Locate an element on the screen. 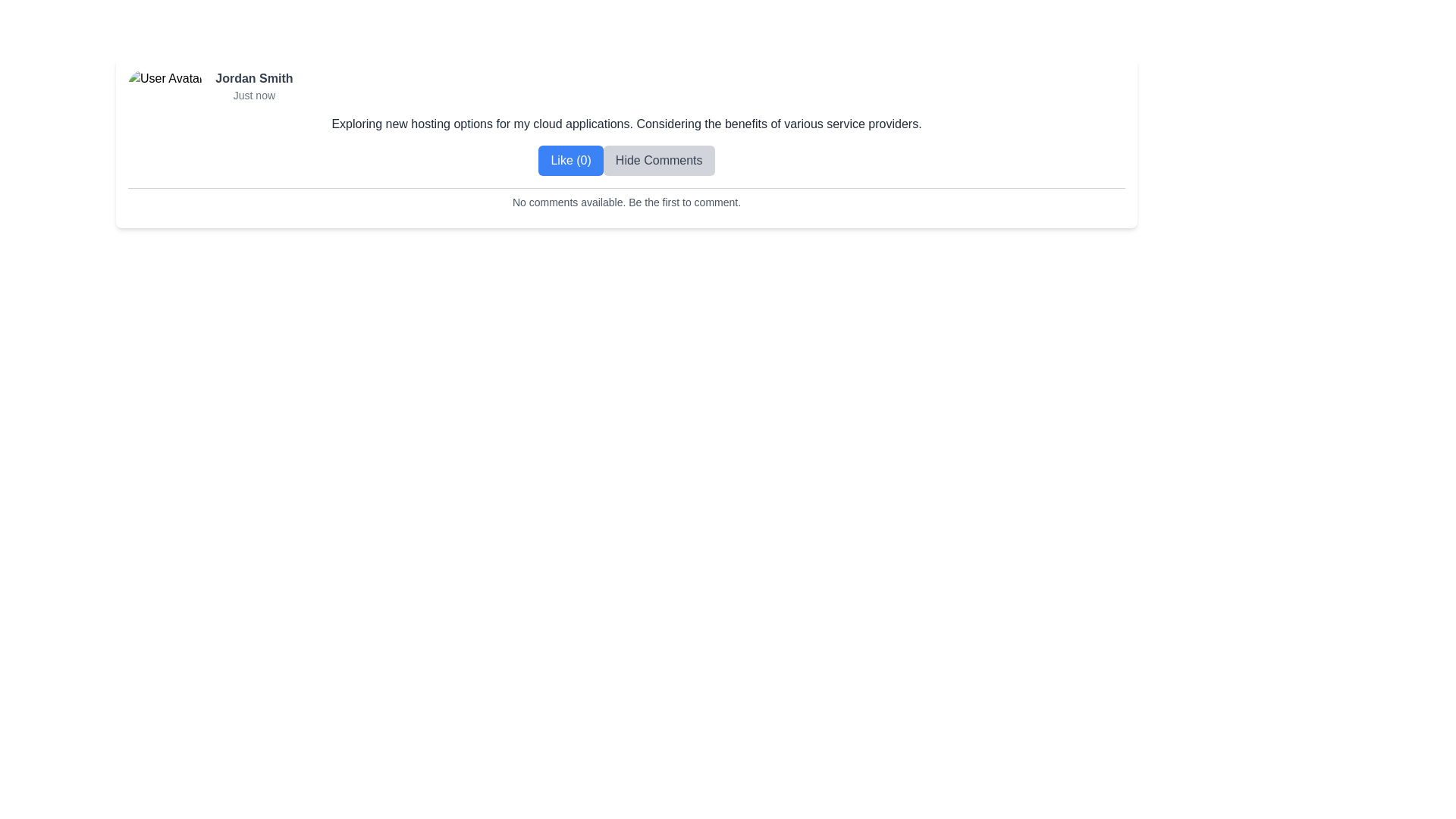 The image size is (1456, 819). the Text label that indicates the relative time when the post or message was created, which is located directly below the 'Jordan Smith' text in the upper-left area of the post or message card is located at coordinates (254, 96).